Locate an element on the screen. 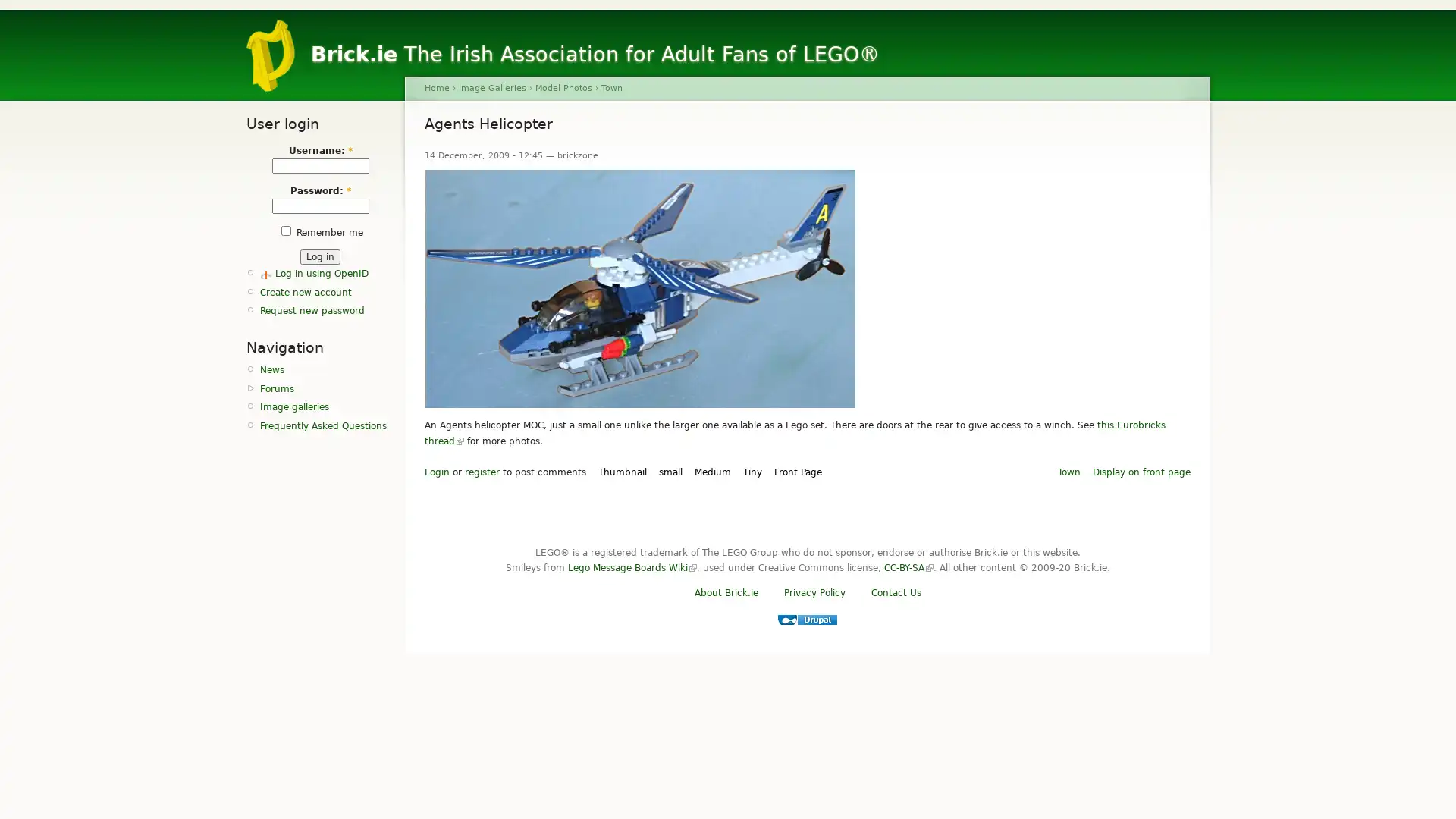  Log in is located at coordinates (319, 256).